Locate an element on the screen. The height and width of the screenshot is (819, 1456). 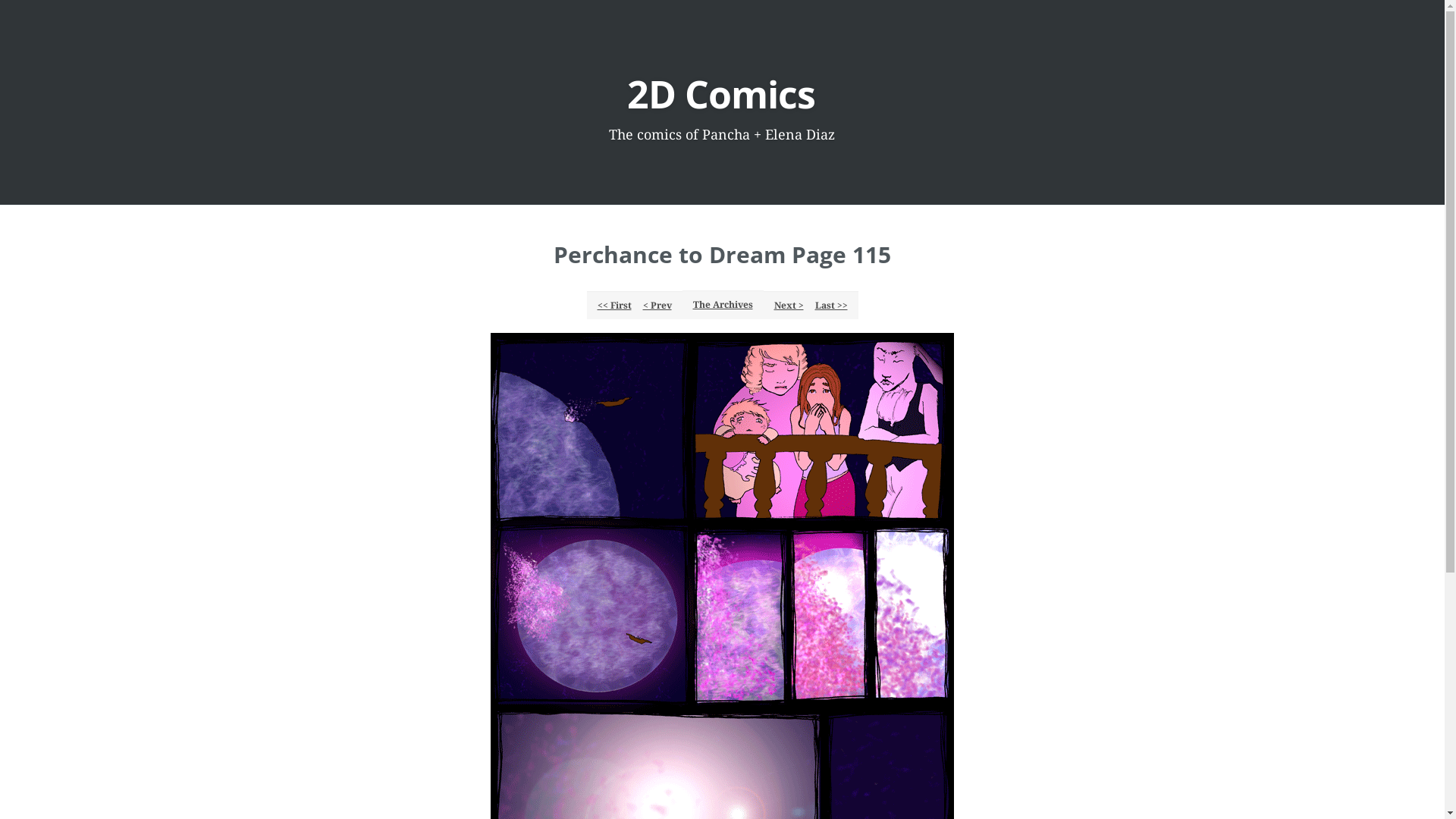
'Last >>' is located at coordinates (809, 304).